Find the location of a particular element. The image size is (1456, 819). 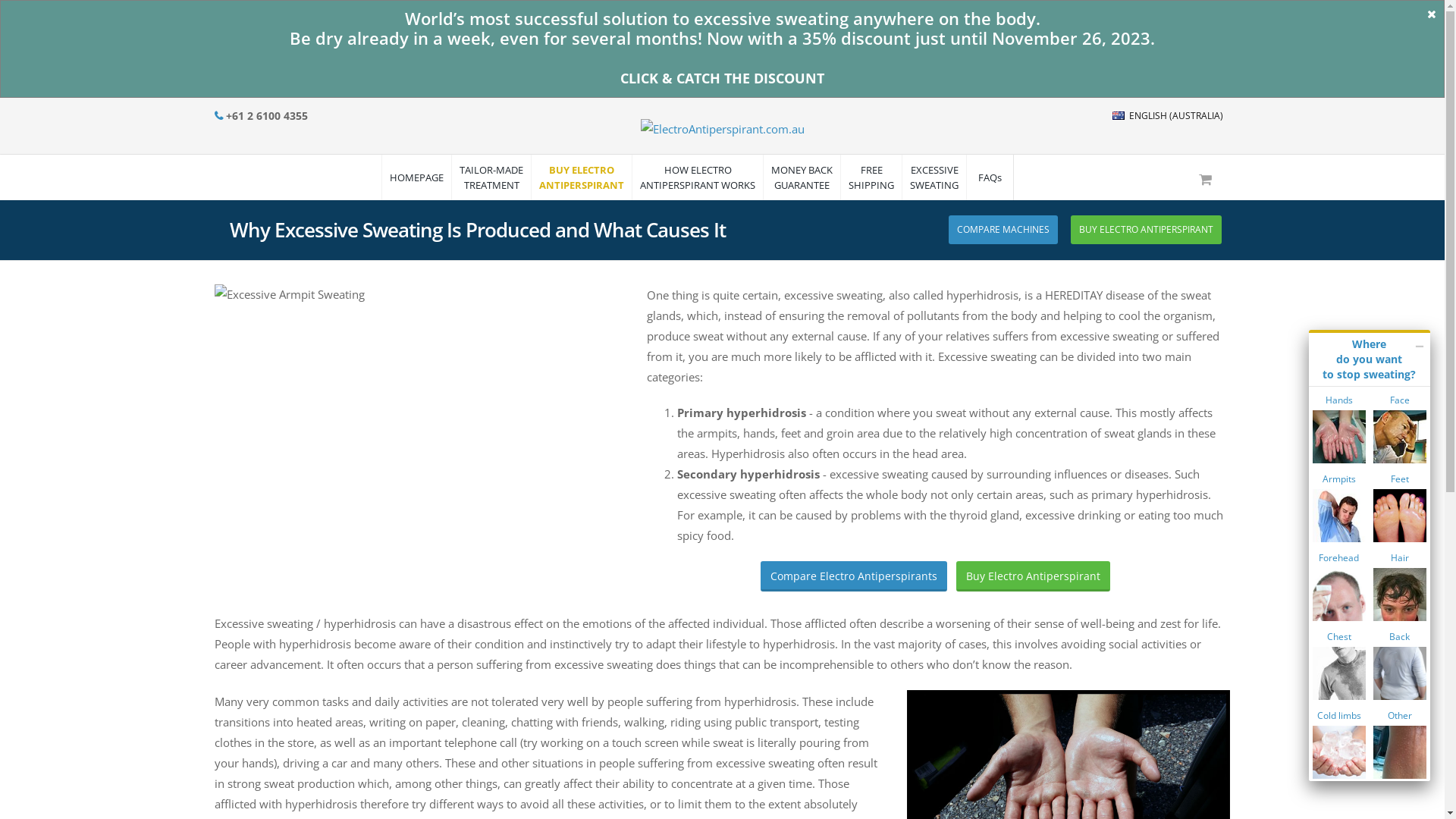

'TAILOR-MADE is located at coordinates (491, 177).